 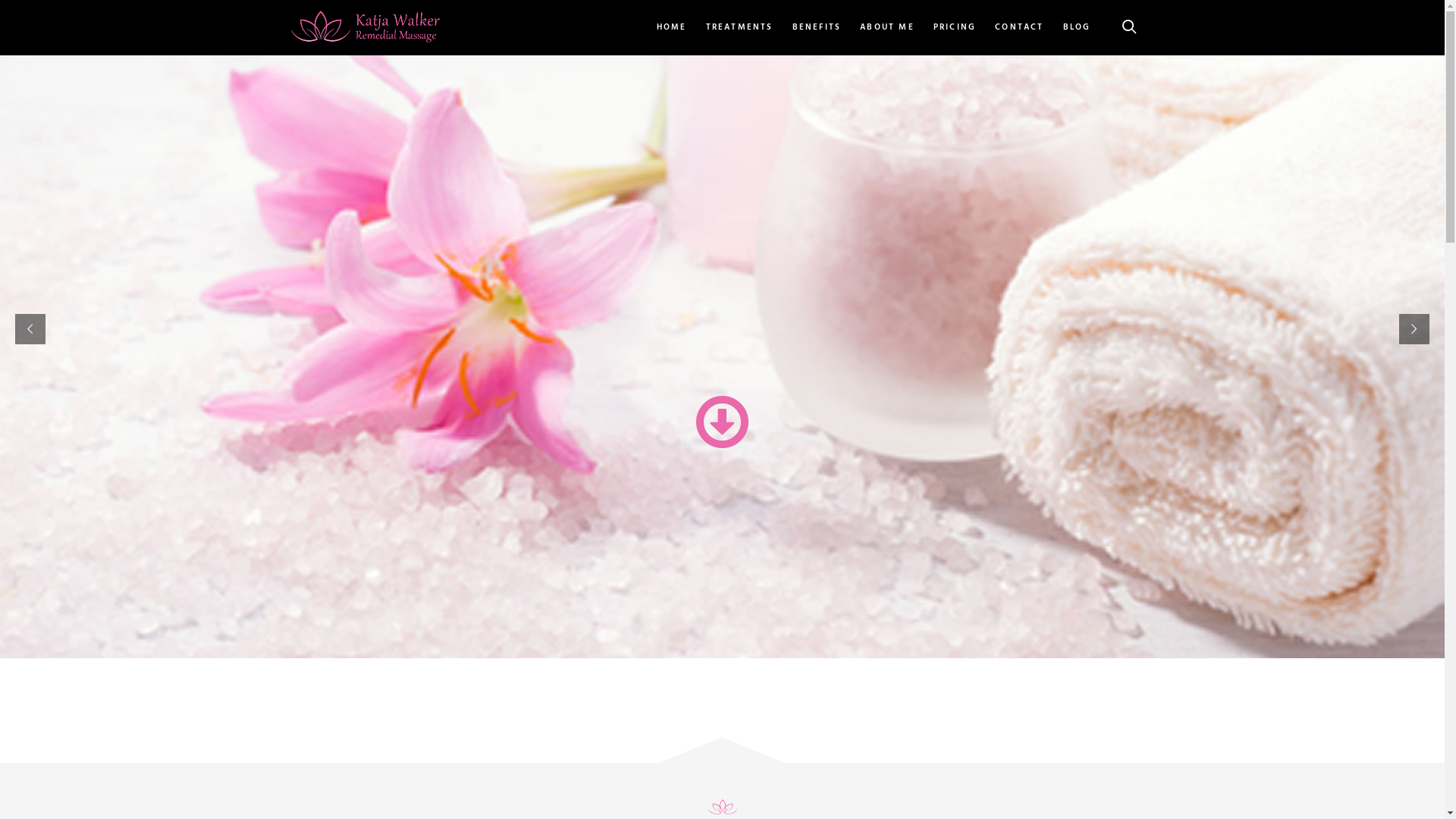 I want to click on 'BENEFITS', so click(x=816, y=27).